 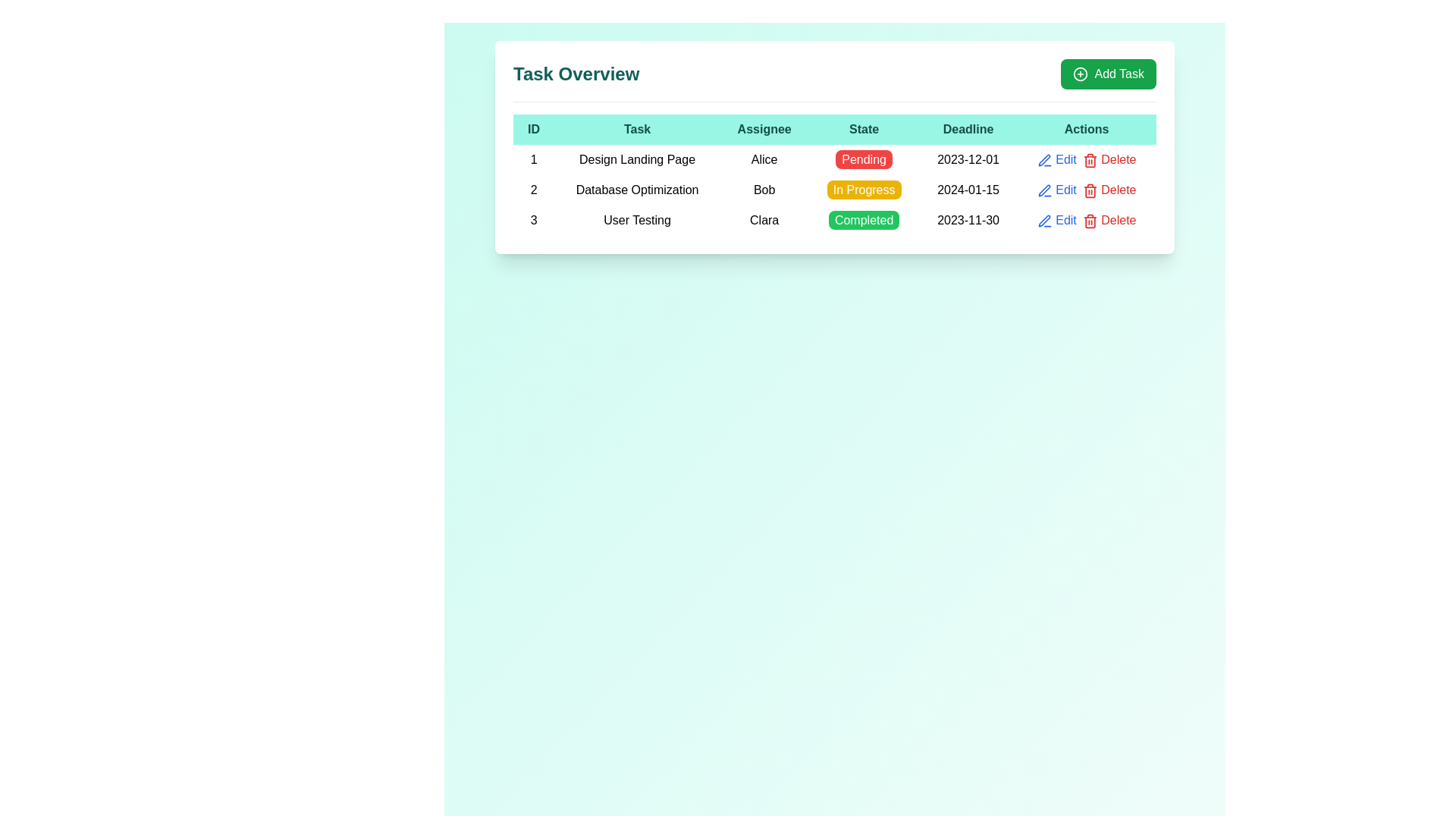 I want to click on the non-interactive text label representing the deadline for the 'Design Landing Page' task, located in the 'Deadline' column of the first row in the task details table, so click(x=967, y=160).